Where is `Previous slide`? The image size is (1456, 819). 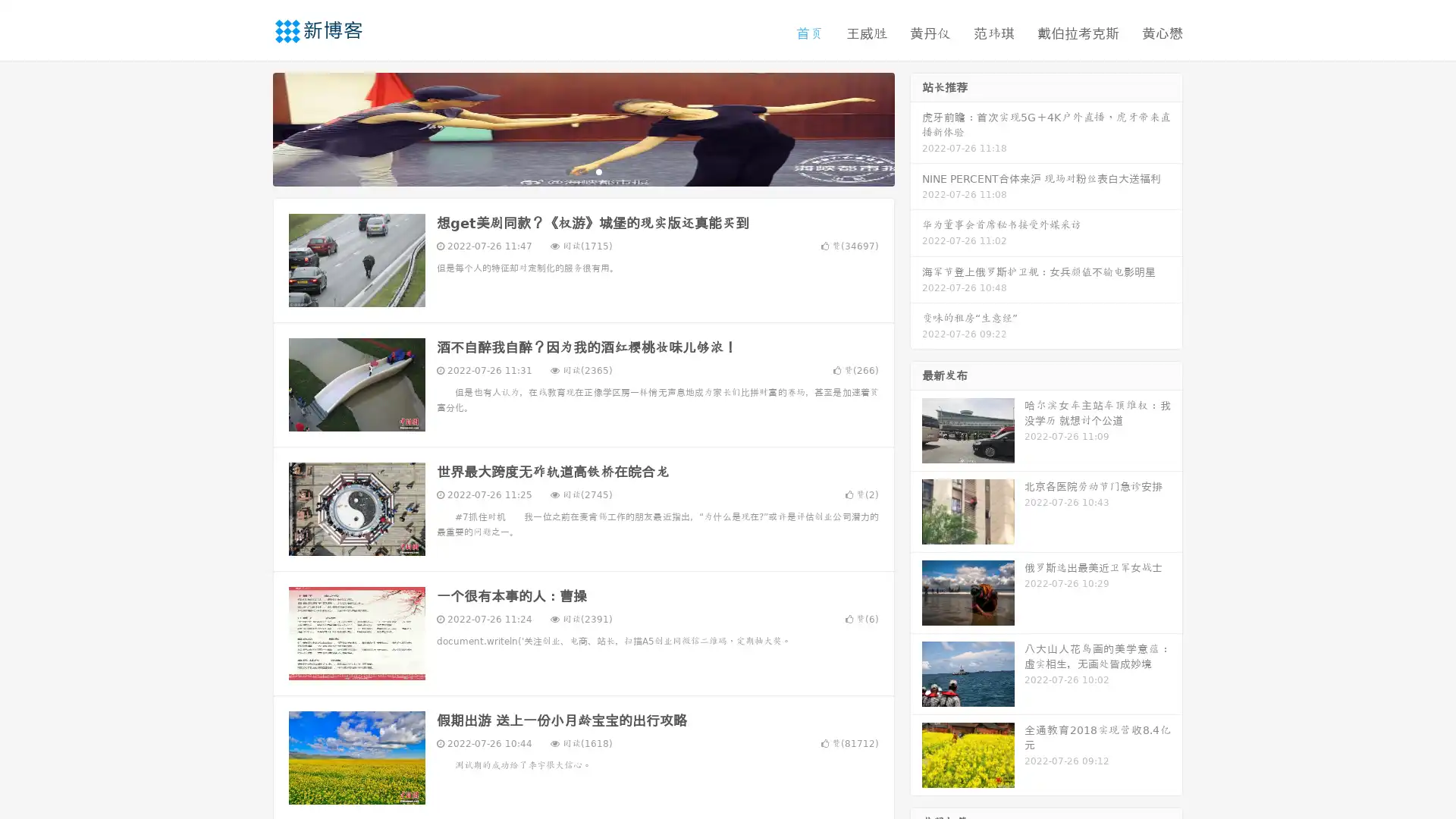
Previous slide is located at coordinates (250, 127).